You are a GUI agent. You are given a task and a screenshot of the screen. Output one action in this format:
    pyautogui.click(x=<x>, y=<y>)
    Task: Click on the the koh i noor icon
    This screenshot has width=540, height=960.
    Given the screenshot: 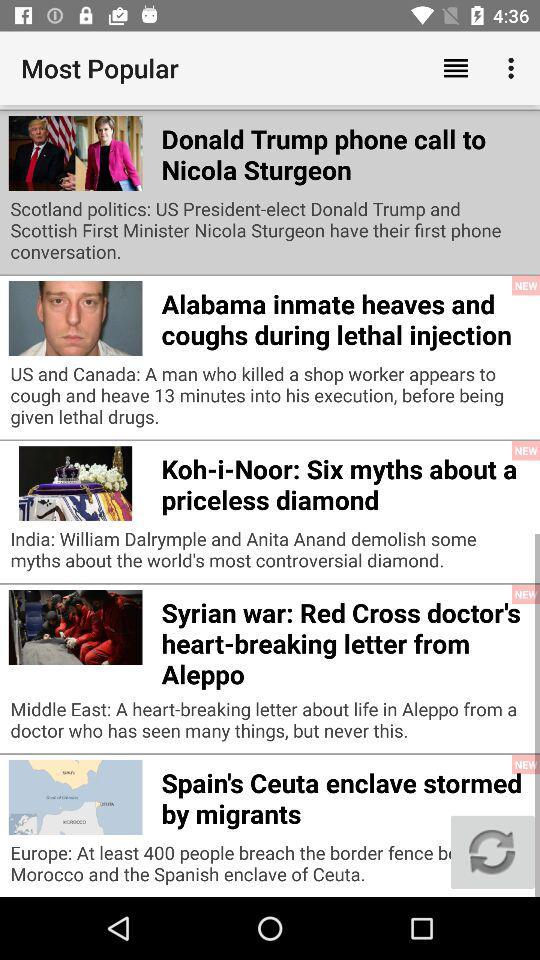 What is the action you would take?
    pyautogui.click(x=344, y=480)
    